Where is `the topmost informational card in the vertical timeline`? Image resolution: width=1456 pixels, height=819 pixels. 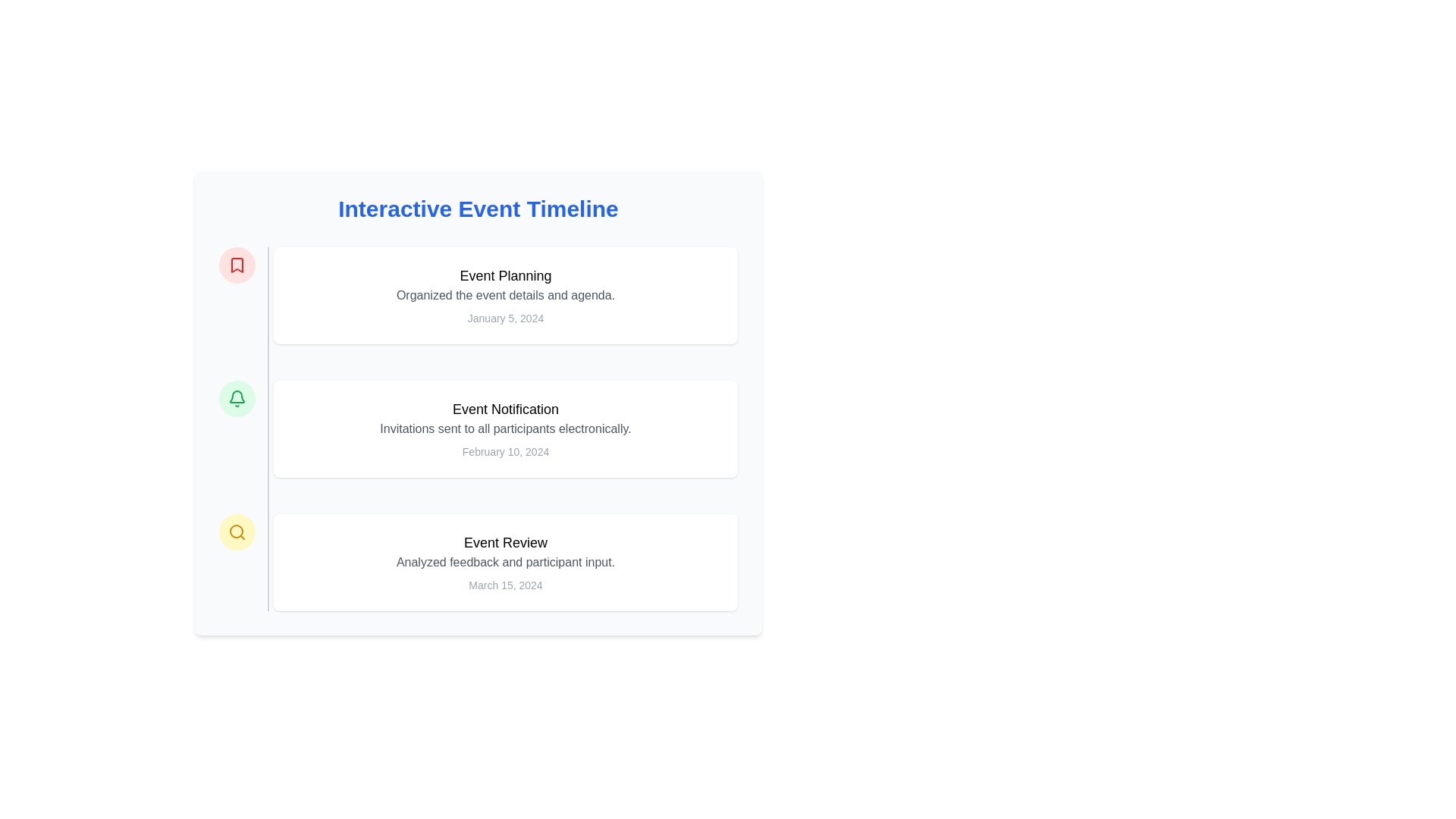 the topmost informational card in the vertical timeline is located at coordinates (477, 295).